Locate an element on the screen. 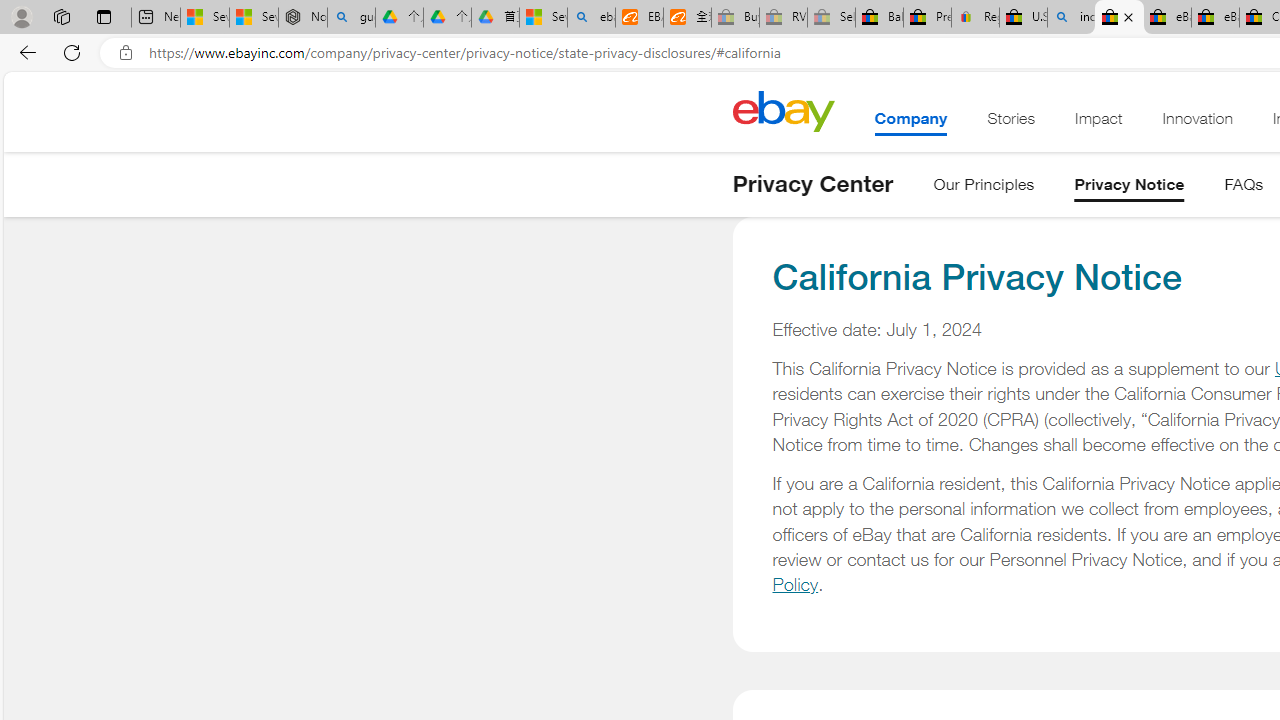 Image resolution: width=1280 pixels, height=720 pixels. 'Refresh' is located at coordinates (72, 51).